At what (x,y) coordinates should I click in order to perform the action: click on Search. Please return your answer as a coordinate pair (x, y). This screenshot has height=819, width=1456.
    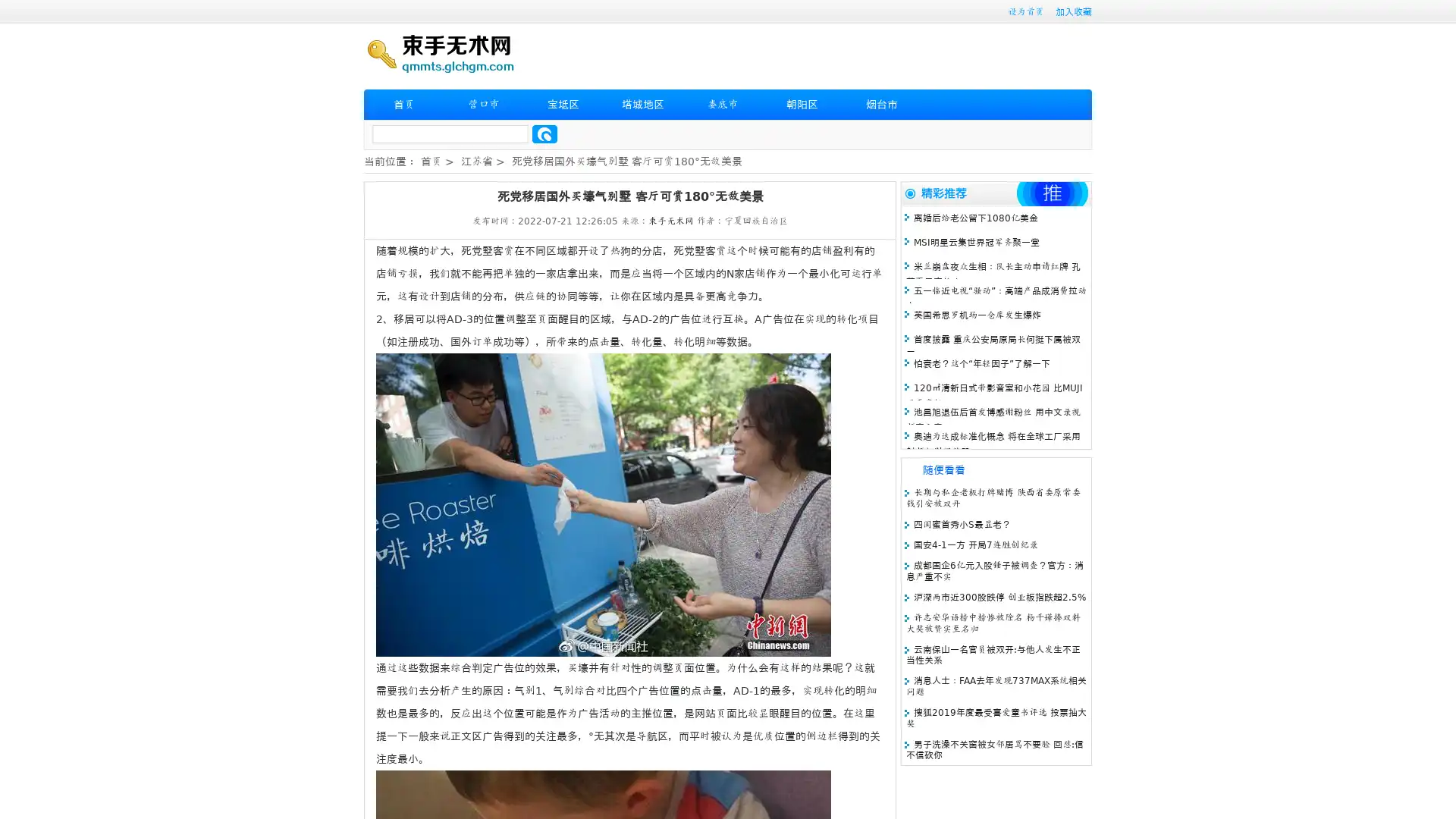
    Looking at the image, I should click on (544, 133).